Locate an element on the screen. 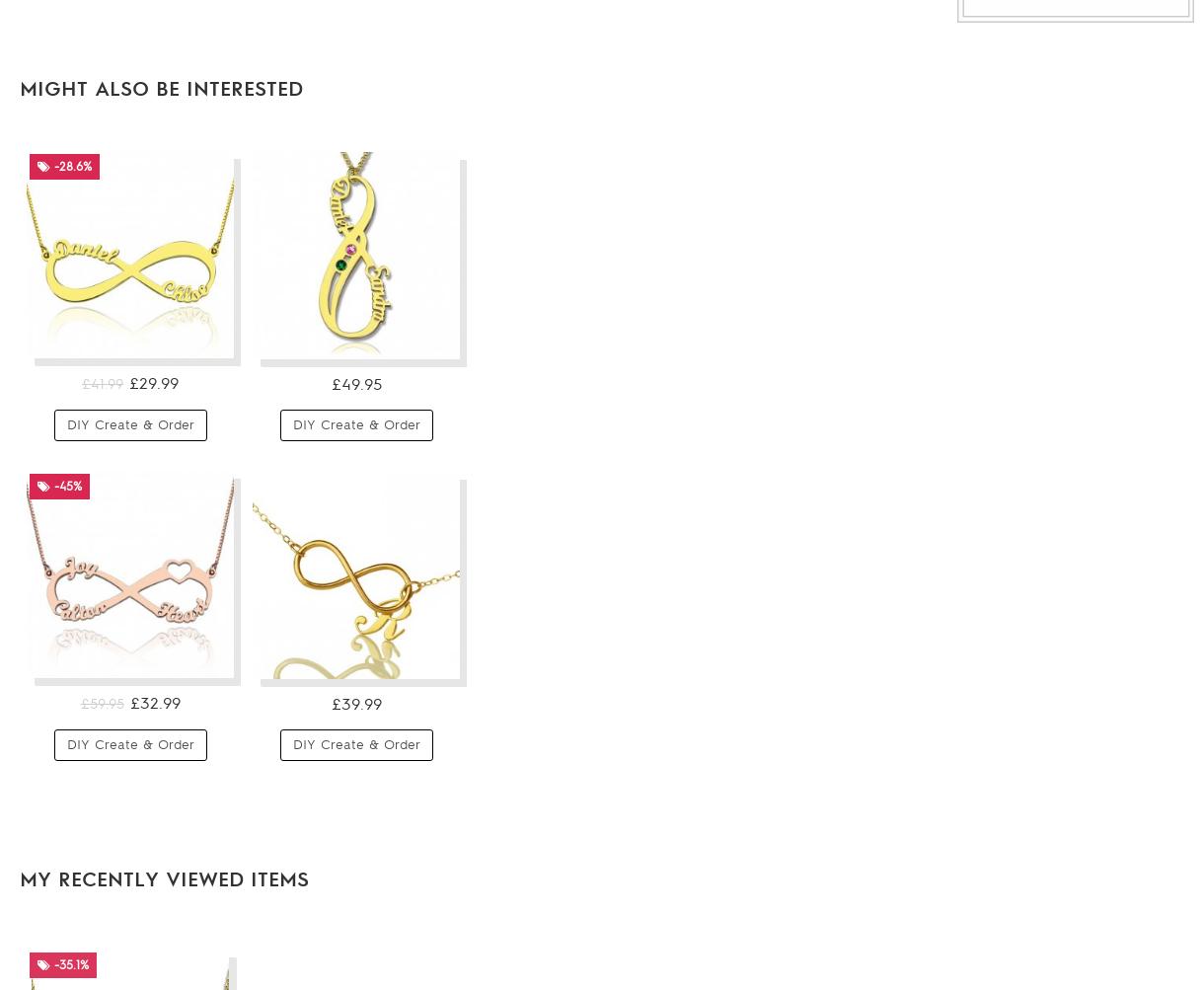  '£57.99' is located at coordinates (1033, 464).